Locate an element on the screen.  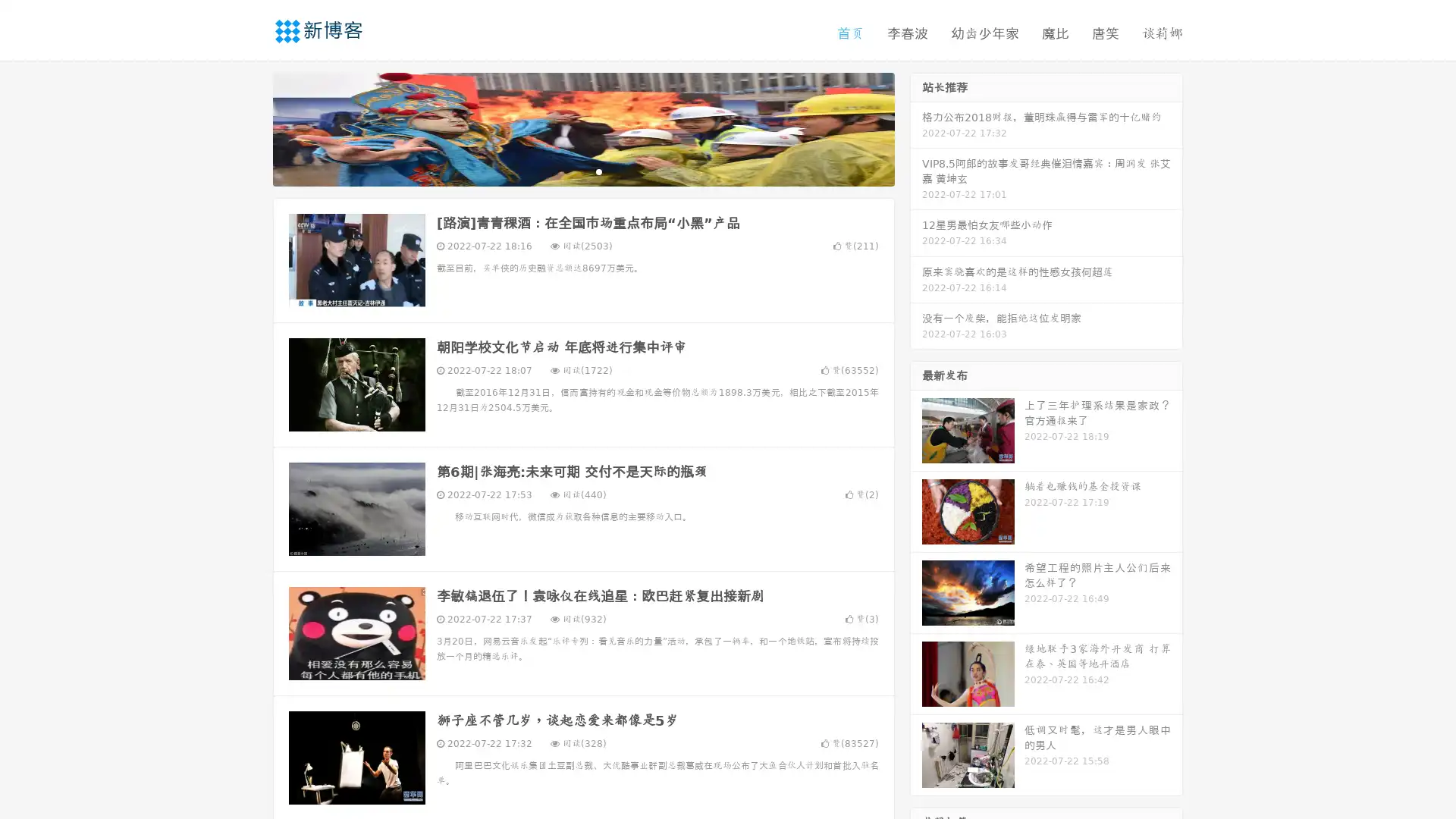
Go to slide 1 is located at coordinates (567, 171).